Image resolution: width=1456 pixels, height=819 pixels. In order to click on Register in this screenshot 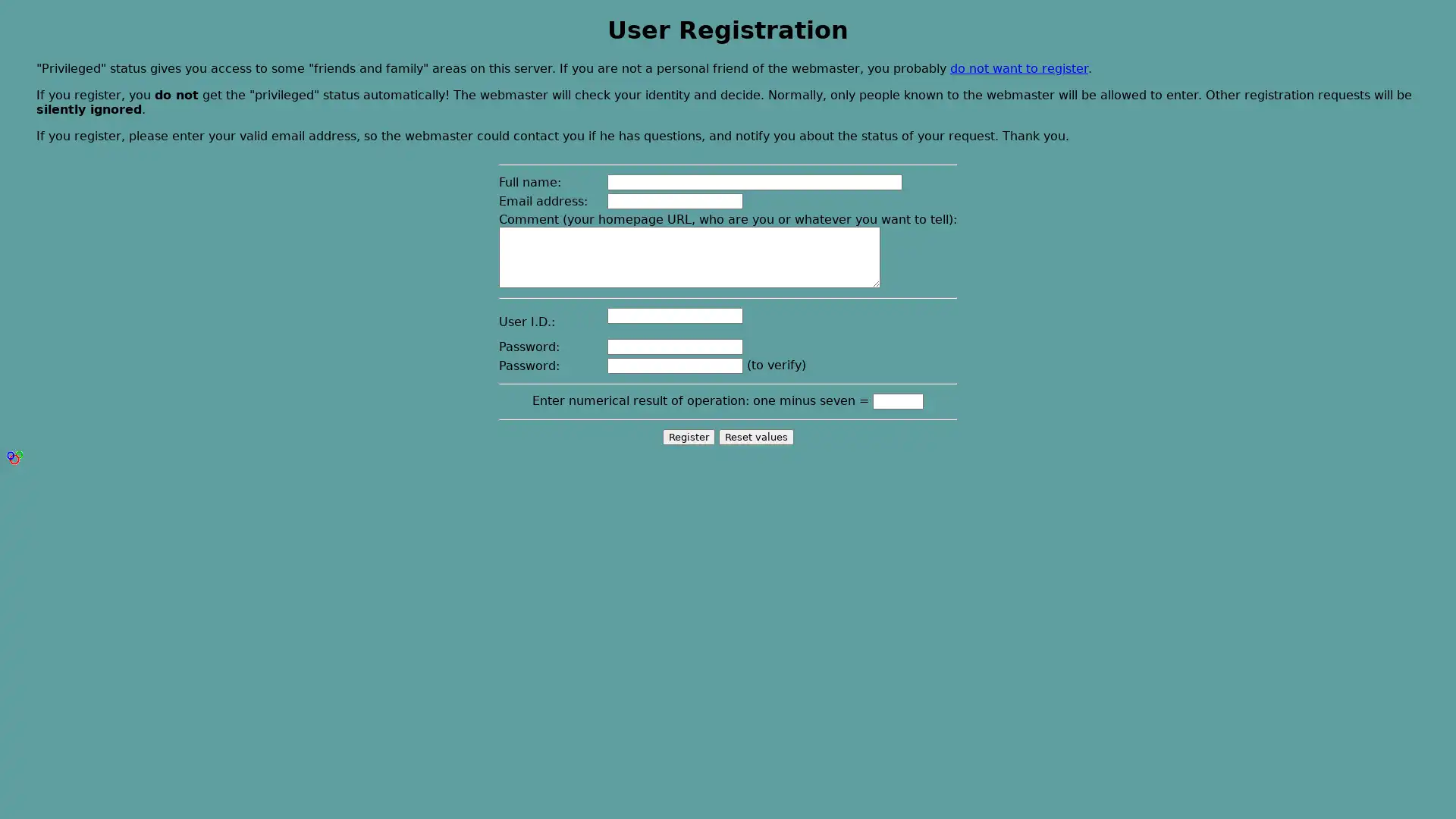, I will do `click(687, 436)`.